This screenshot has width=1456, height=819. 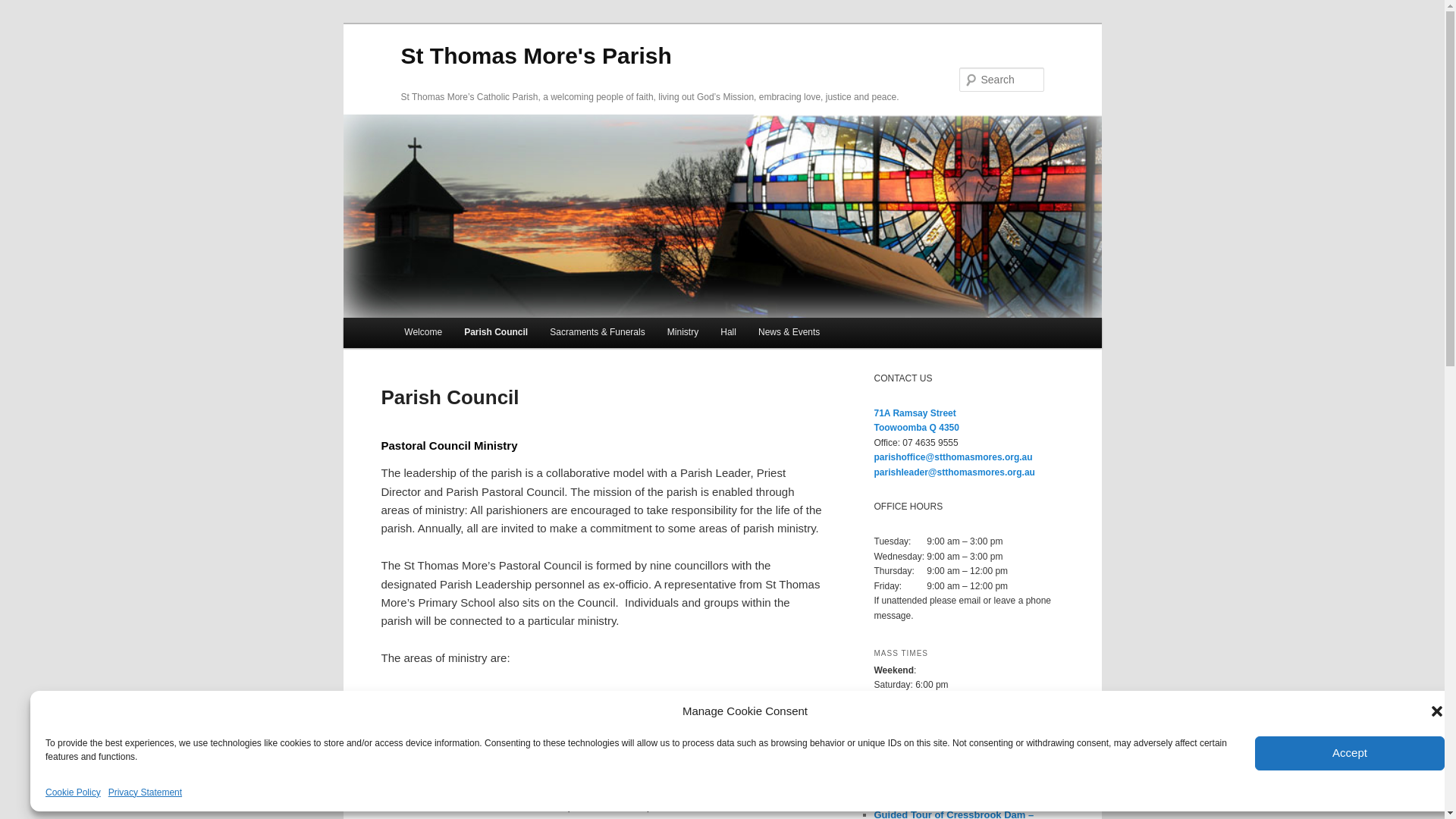 What do you see at coordinates (874, 421) in the screenshot?
I see `'71A Ramsay Street` at bounding box center [874, 421].